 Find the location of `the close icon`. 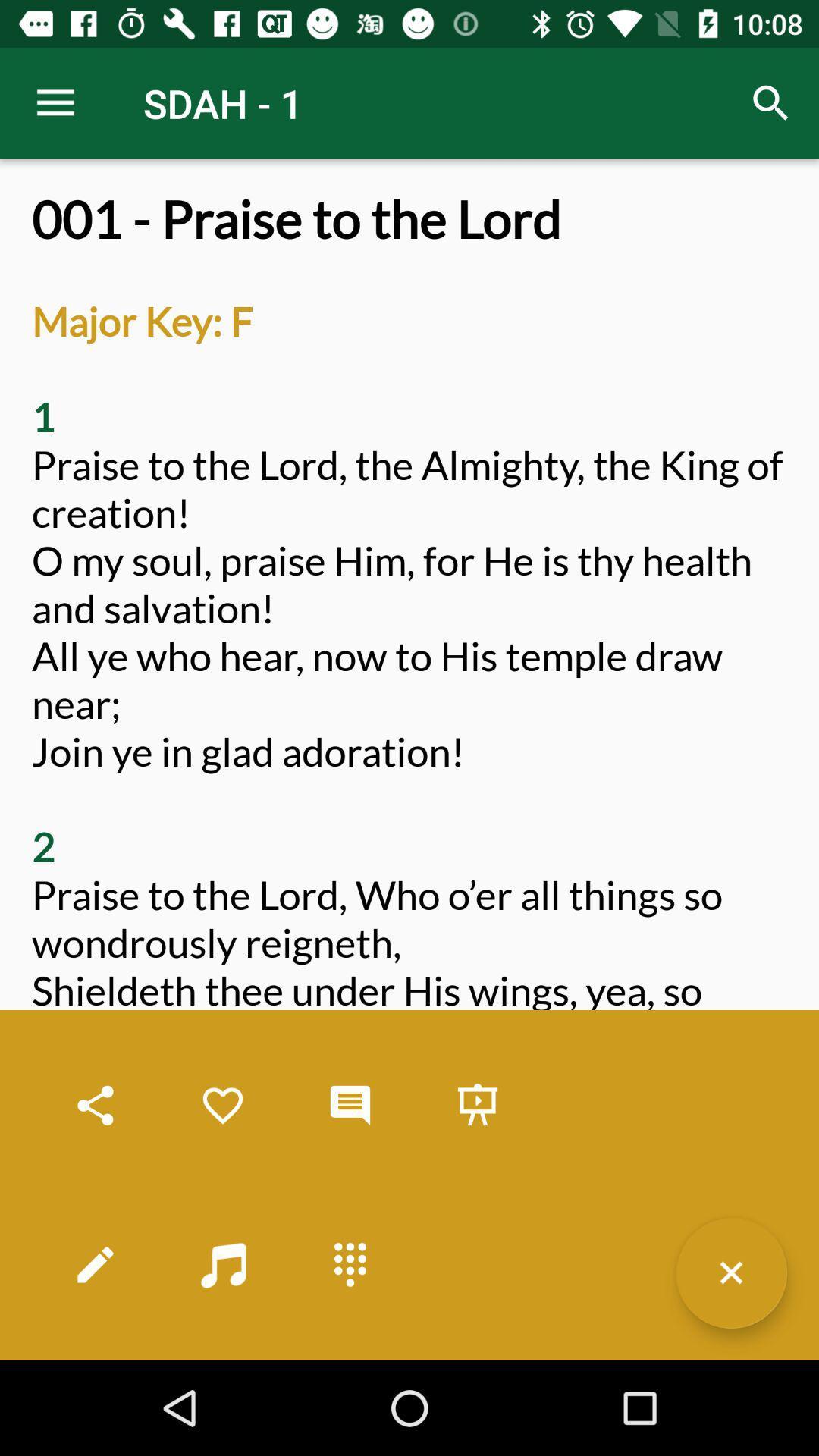

the close icon is located at coordinates (730, 1272).